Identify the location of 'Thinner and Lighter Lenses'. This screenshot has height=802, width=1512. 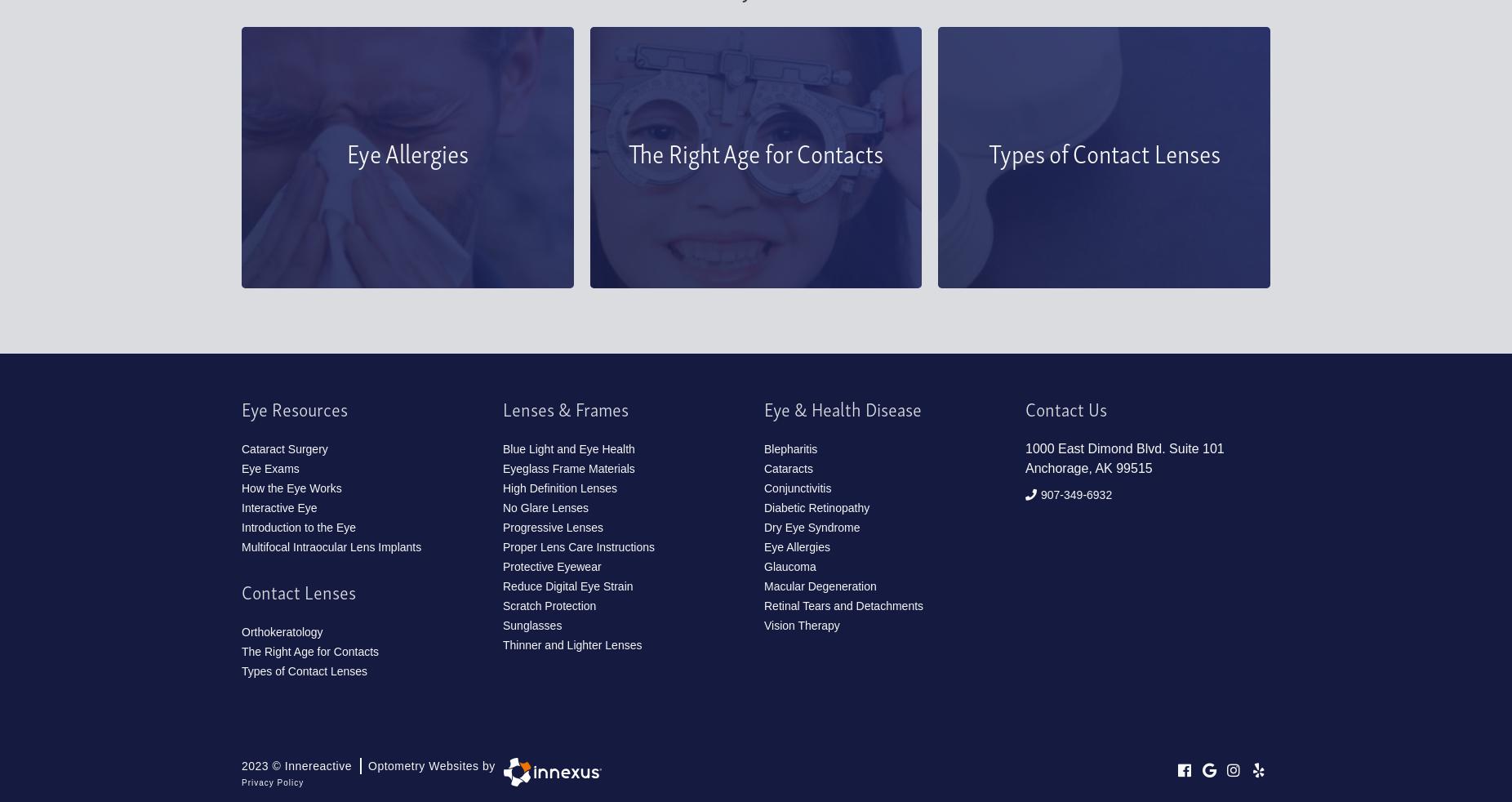
(571, 645).